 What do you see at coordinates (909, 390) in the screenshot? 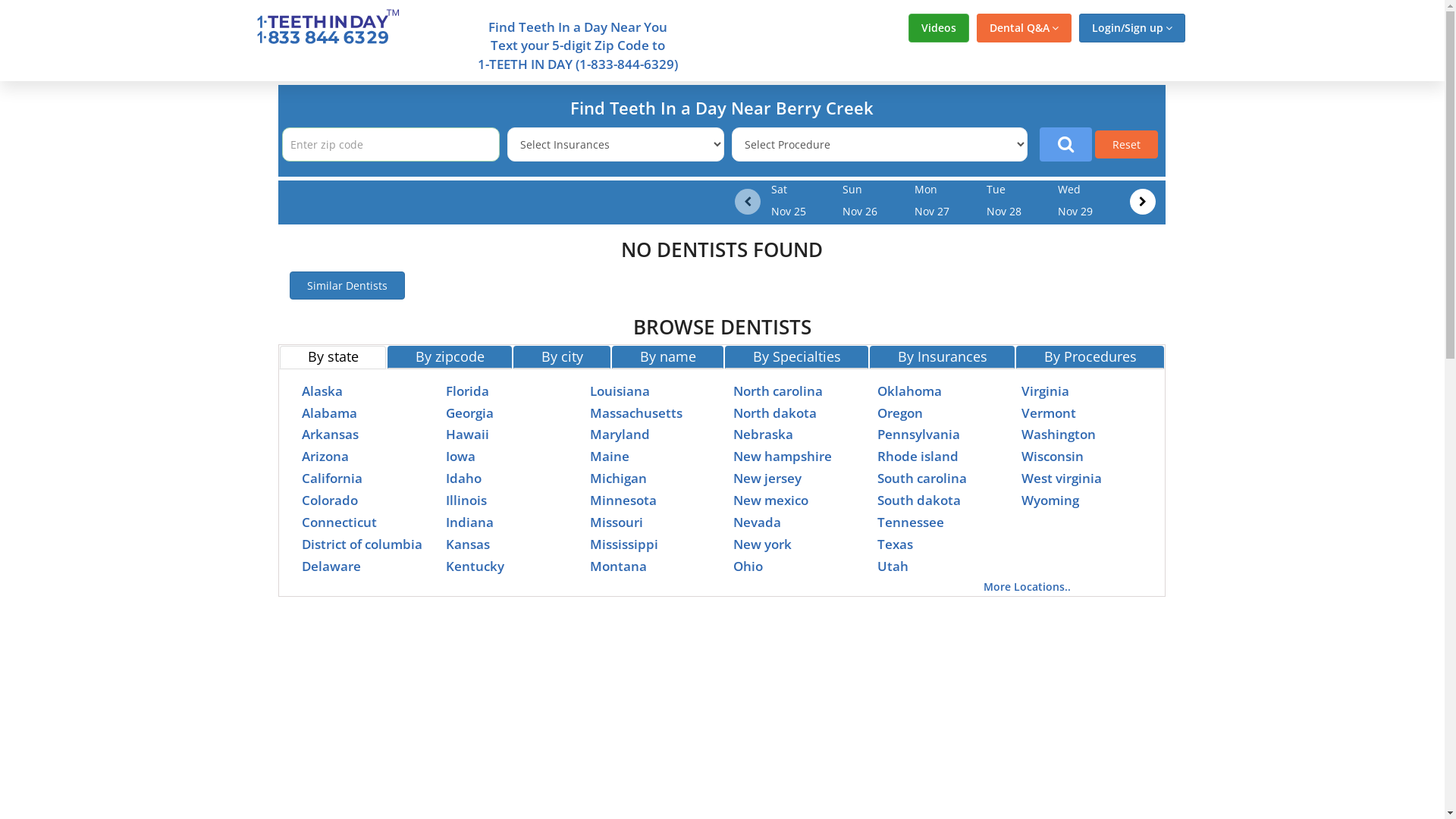
I see `'Oklahoma'` at bounding box center [909, 390].